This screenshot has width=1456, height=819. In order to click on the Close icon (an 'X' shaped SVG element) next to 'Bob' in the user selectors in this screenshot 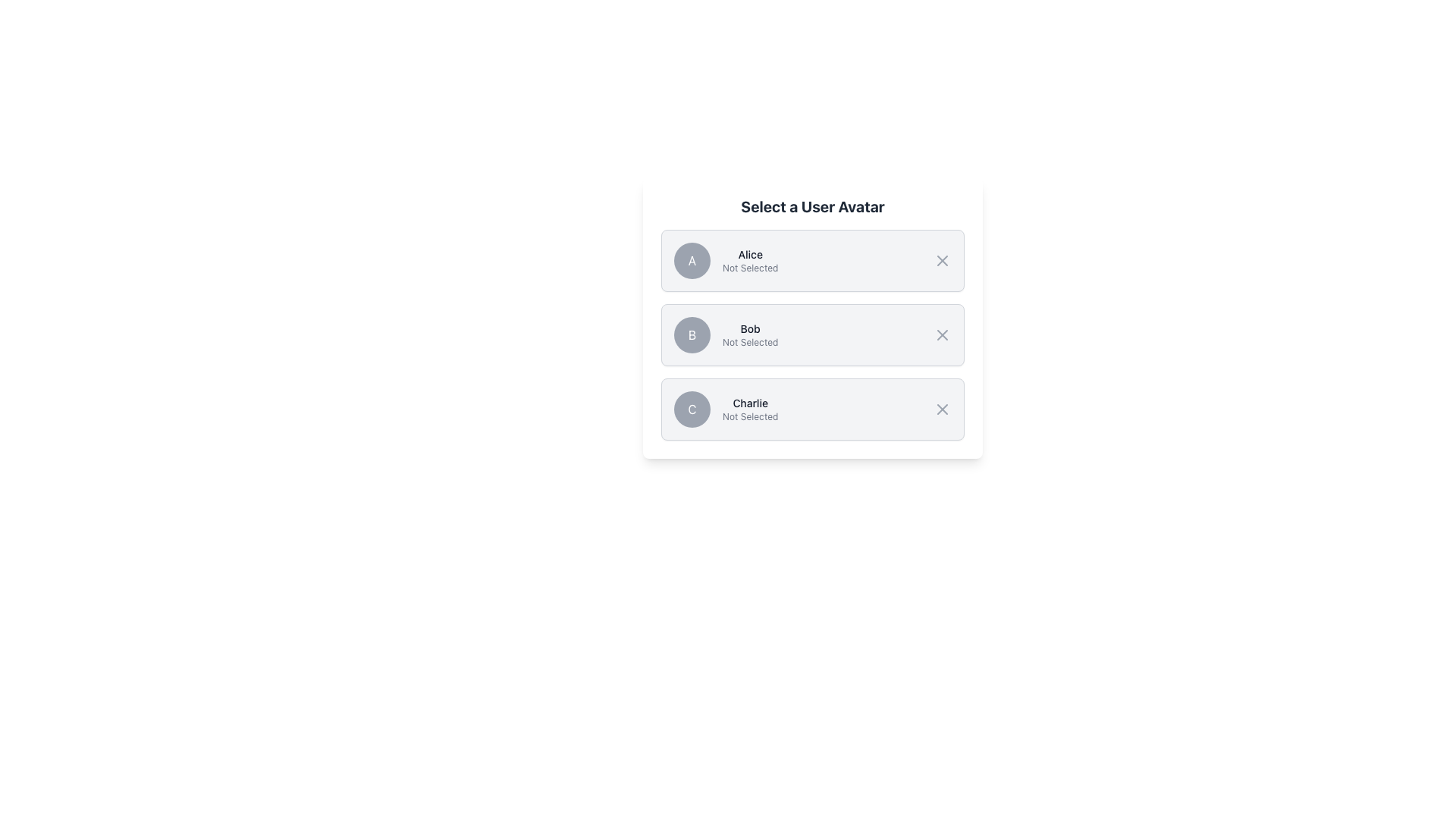, I will do `click(942, 334)`.